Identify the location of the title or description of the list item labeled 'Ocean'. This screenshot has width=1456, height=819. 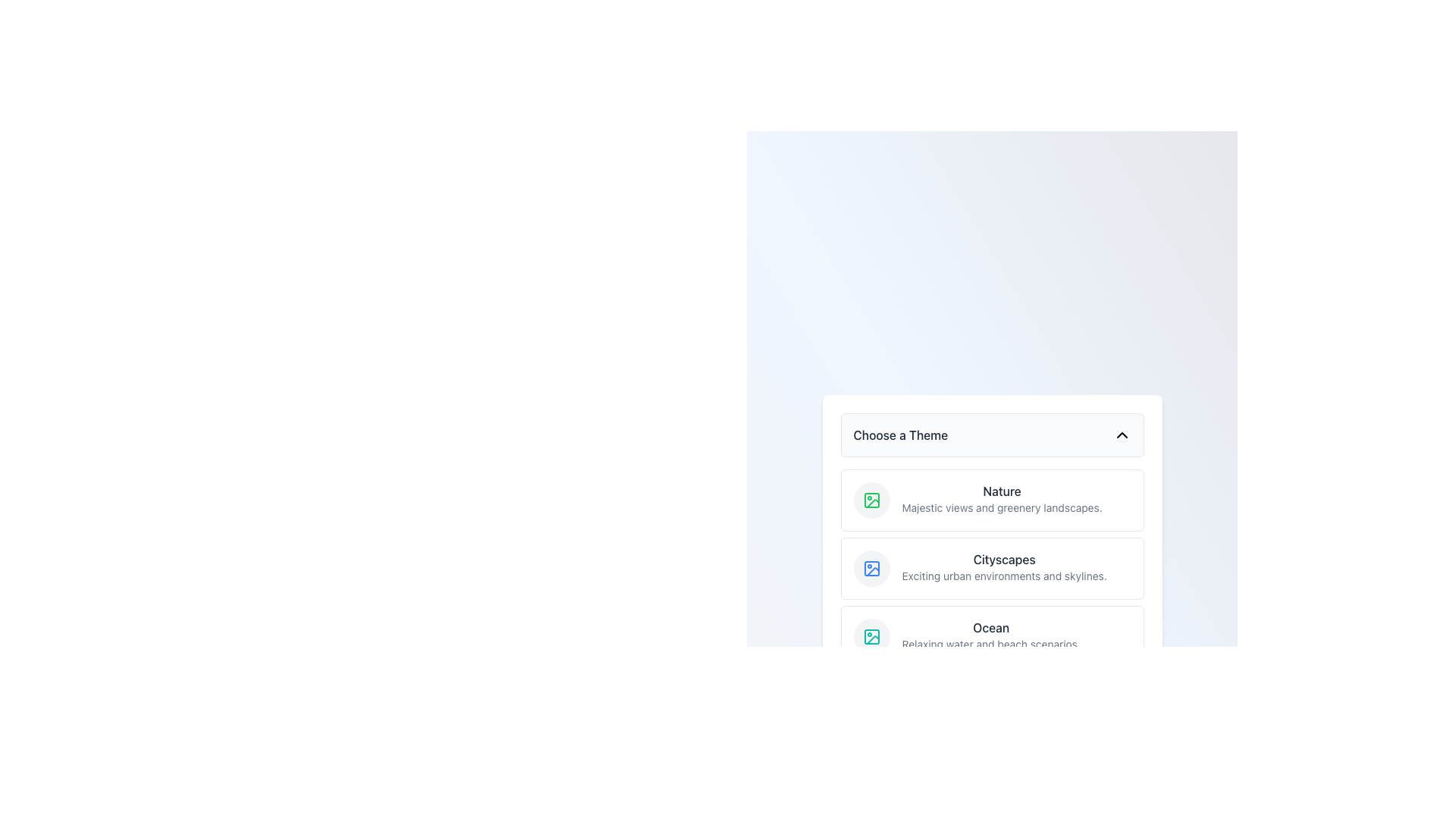
(991, 637).